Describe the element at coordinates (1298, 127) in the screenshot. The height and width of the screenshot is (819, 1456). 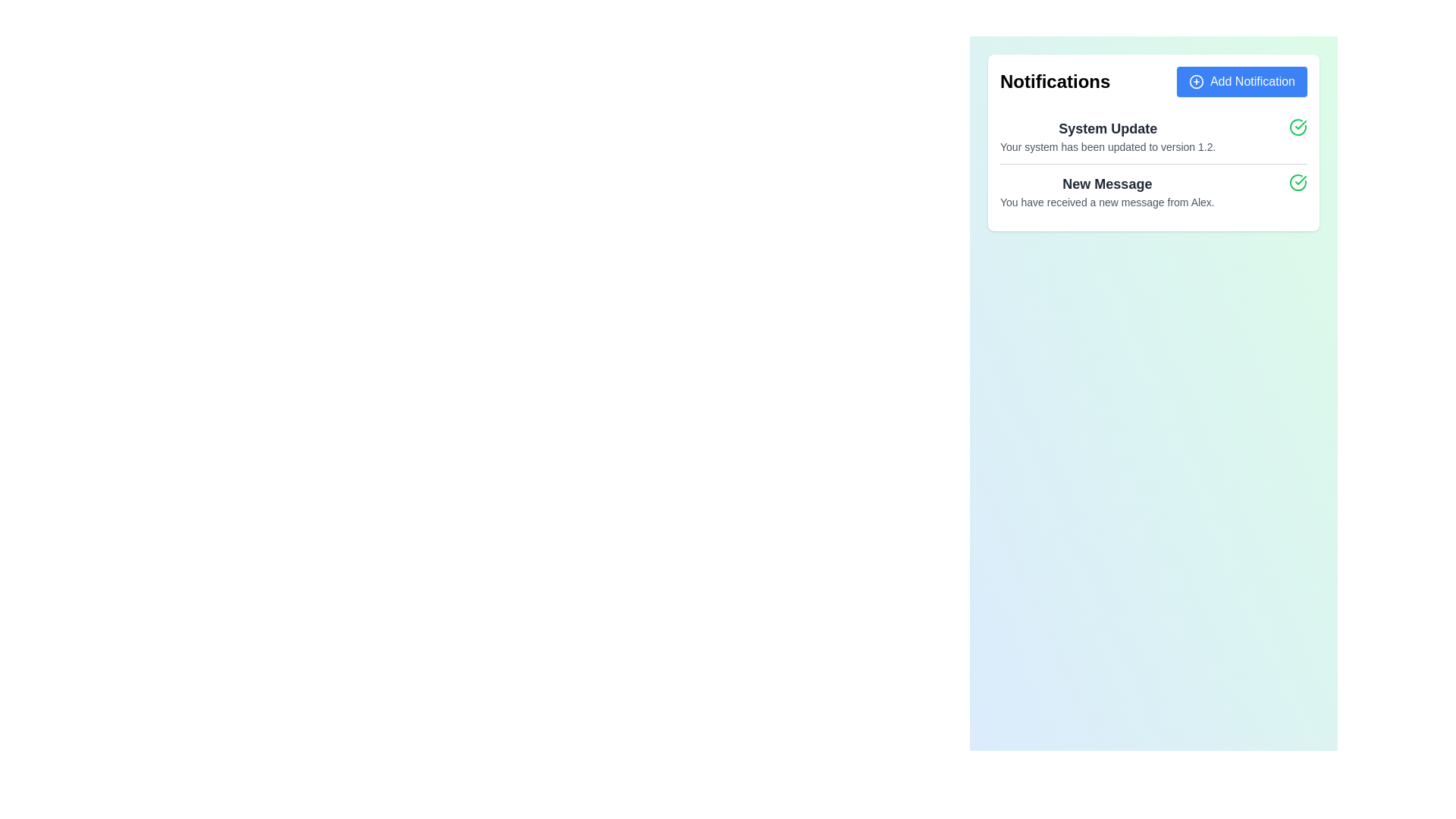
I see `the green checkmark graphic element within the circular icon, which is located to the right of the 'New Message' text` at that location.